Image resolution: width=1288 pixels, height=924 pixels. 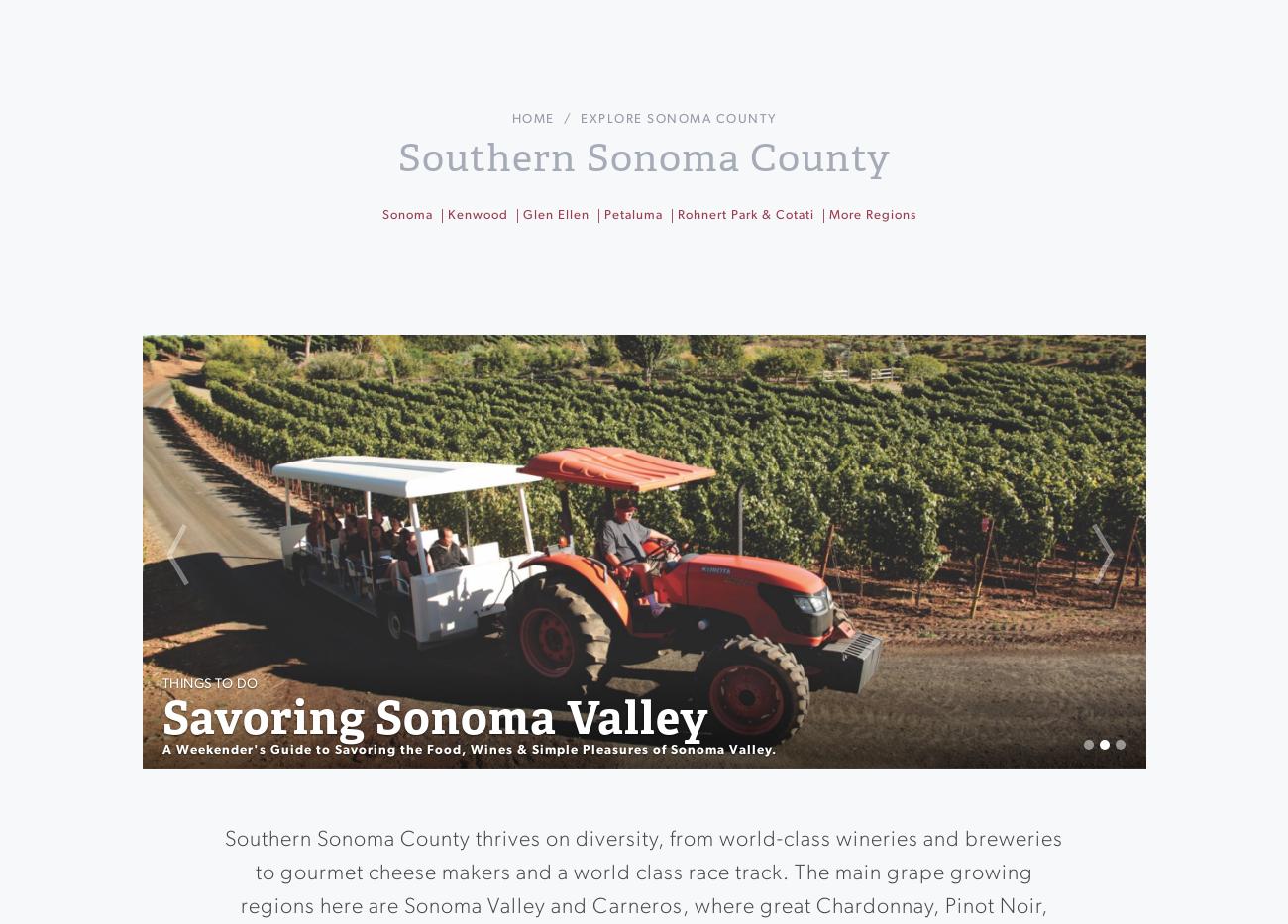 What do you see at coordinates (650, 257) in the screenshot?
I see `'Buy Covet Pass'` at bounding box center [650, 257].